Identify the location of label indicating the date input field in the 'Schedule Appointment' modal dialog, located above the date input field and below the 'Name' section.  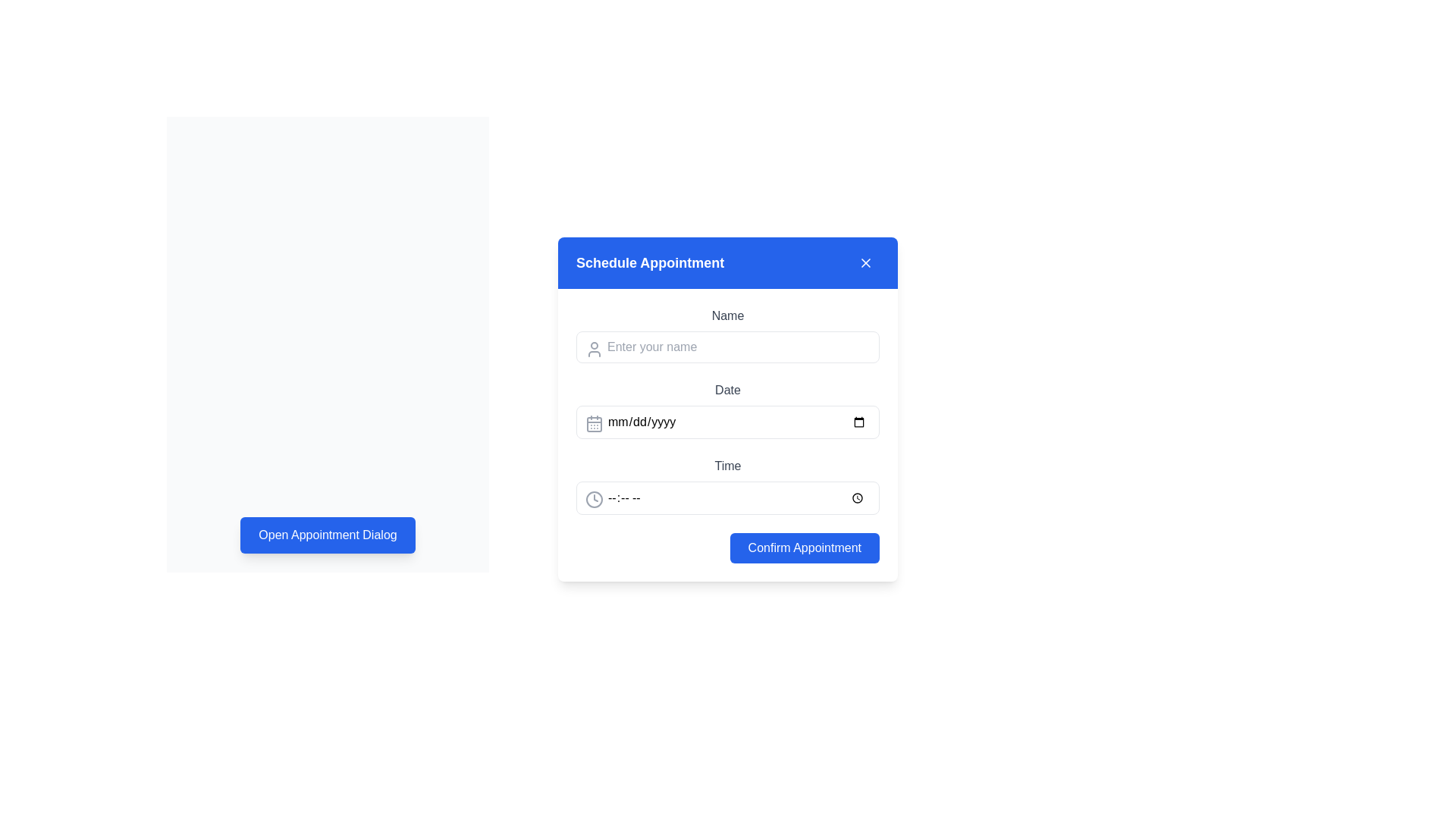
(728, 390).